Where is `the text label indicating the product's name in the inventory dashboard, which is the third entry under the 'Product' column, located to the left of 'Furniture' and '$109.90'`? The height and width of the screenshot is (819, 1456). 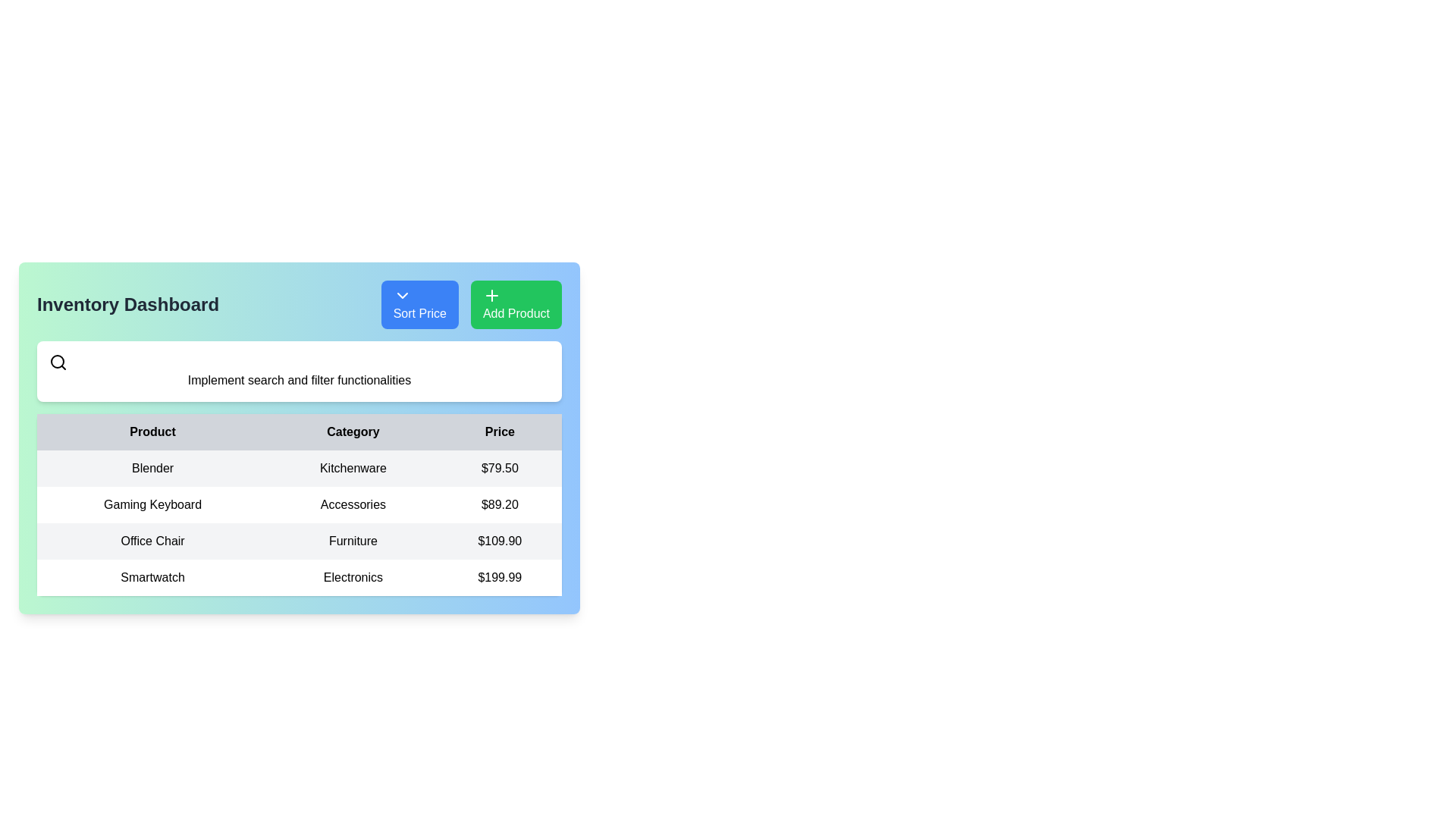
the text label indicating the product's name in the inventory dashboard, which is the third entry under the 'Product' column, located to the left of 'Furniture' and '$109.90' is located at coordinates (152, 540).